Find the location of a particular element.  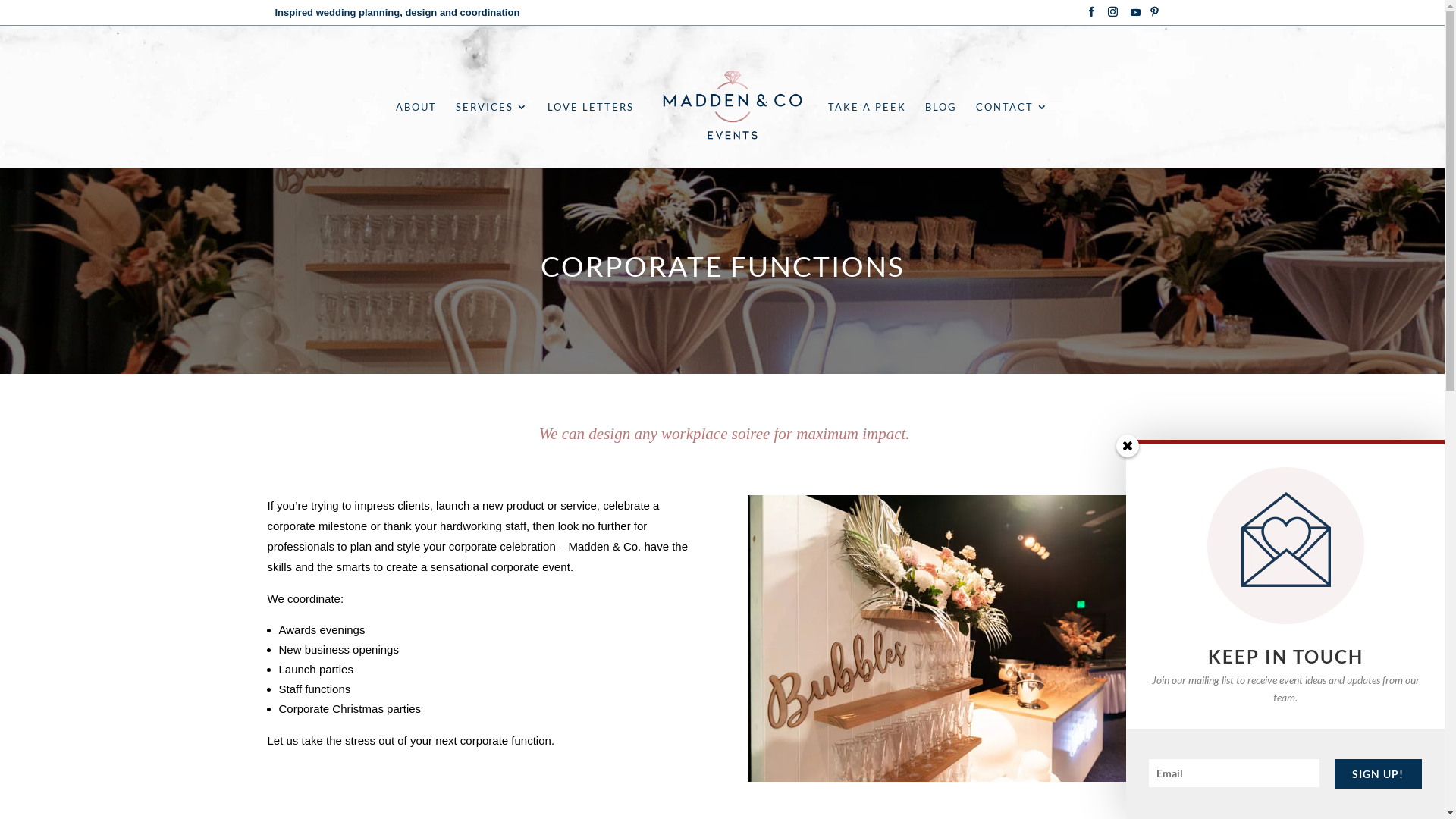

'SERVICES' is located at coordinates (491, 133).